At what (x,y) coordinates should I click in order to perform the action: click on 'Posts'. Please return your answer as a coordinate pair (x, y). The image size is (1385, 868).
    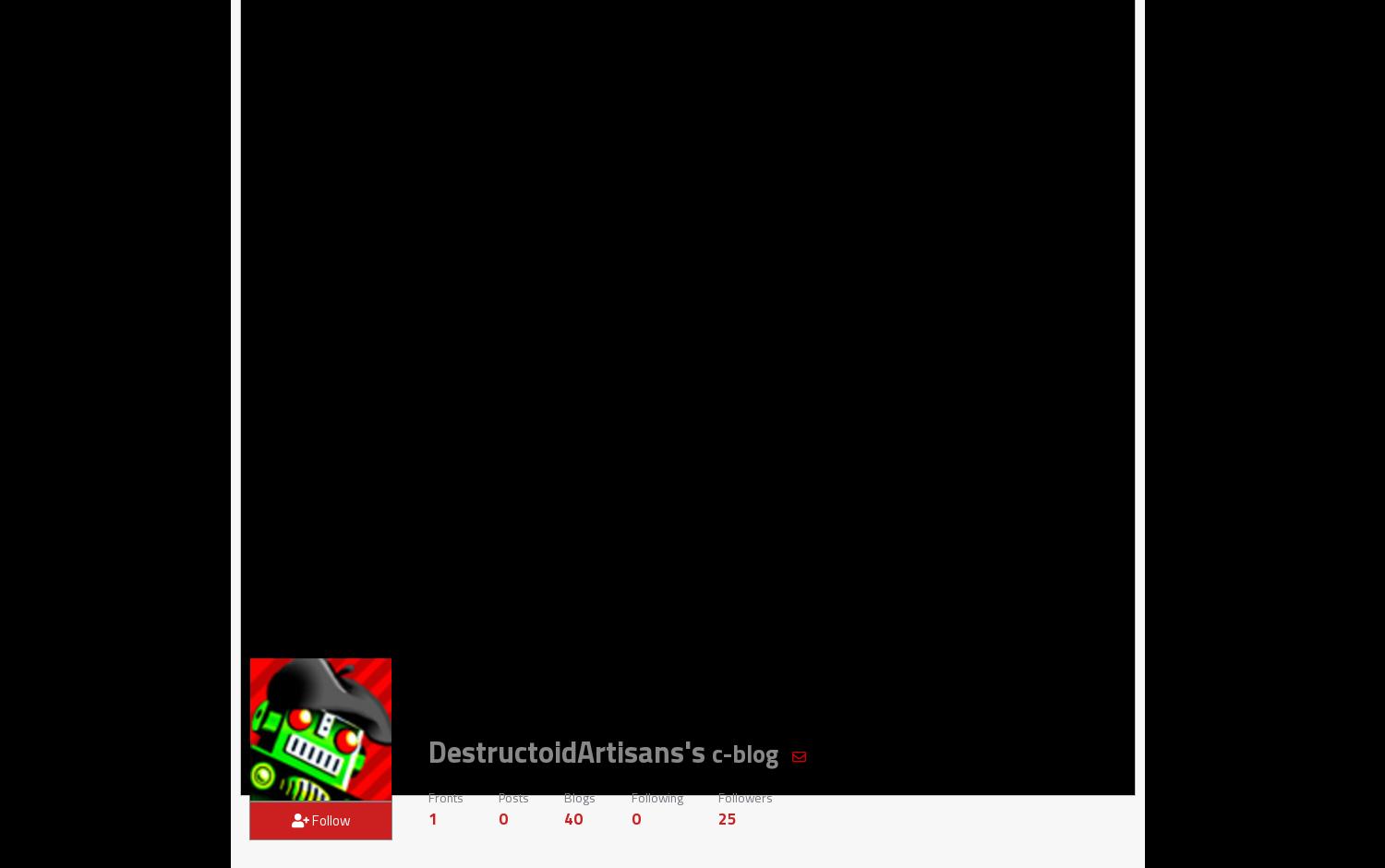
    Looking at the image, I should click on (512, 796).